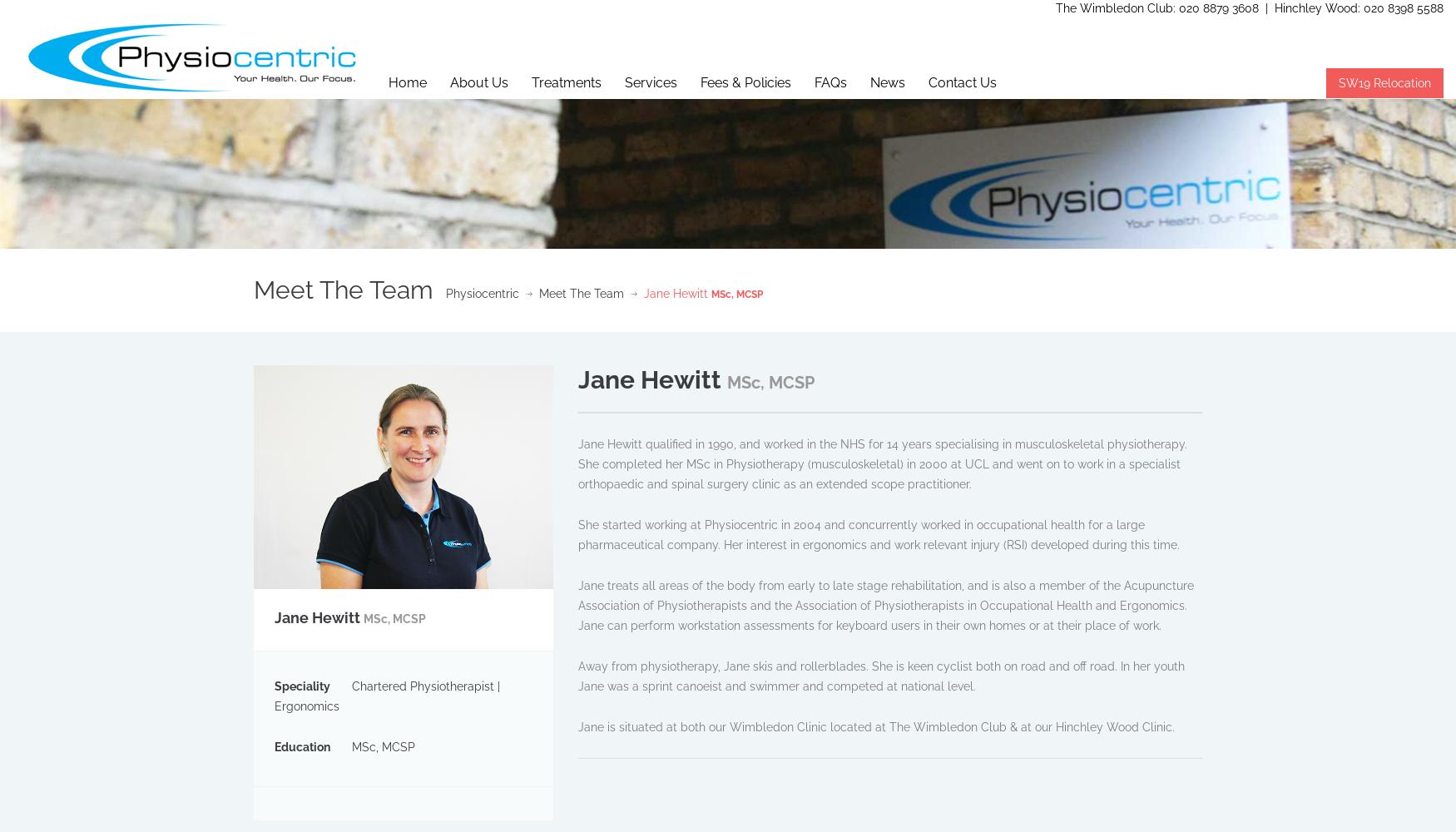 The height and width of the screenshot is (832, 1456). What do you see at coordinates (649, 82) in the screenshot?
I see `'Services'` at bounding box center [649, 82].